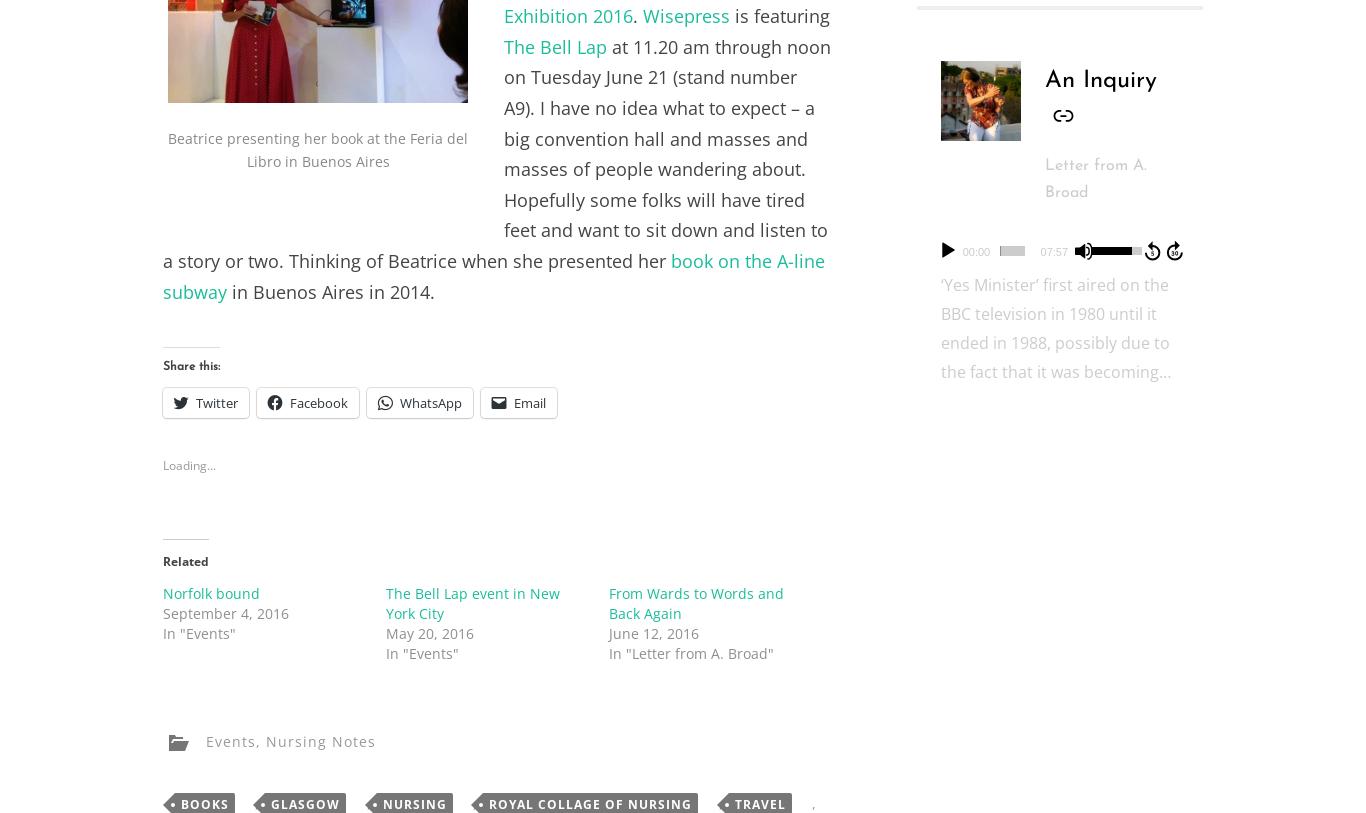 This screenshot has height=813, width=1366. Describe the element at coordinates (779, 15) in the screenshot. I see `'is featuring'` at that location.